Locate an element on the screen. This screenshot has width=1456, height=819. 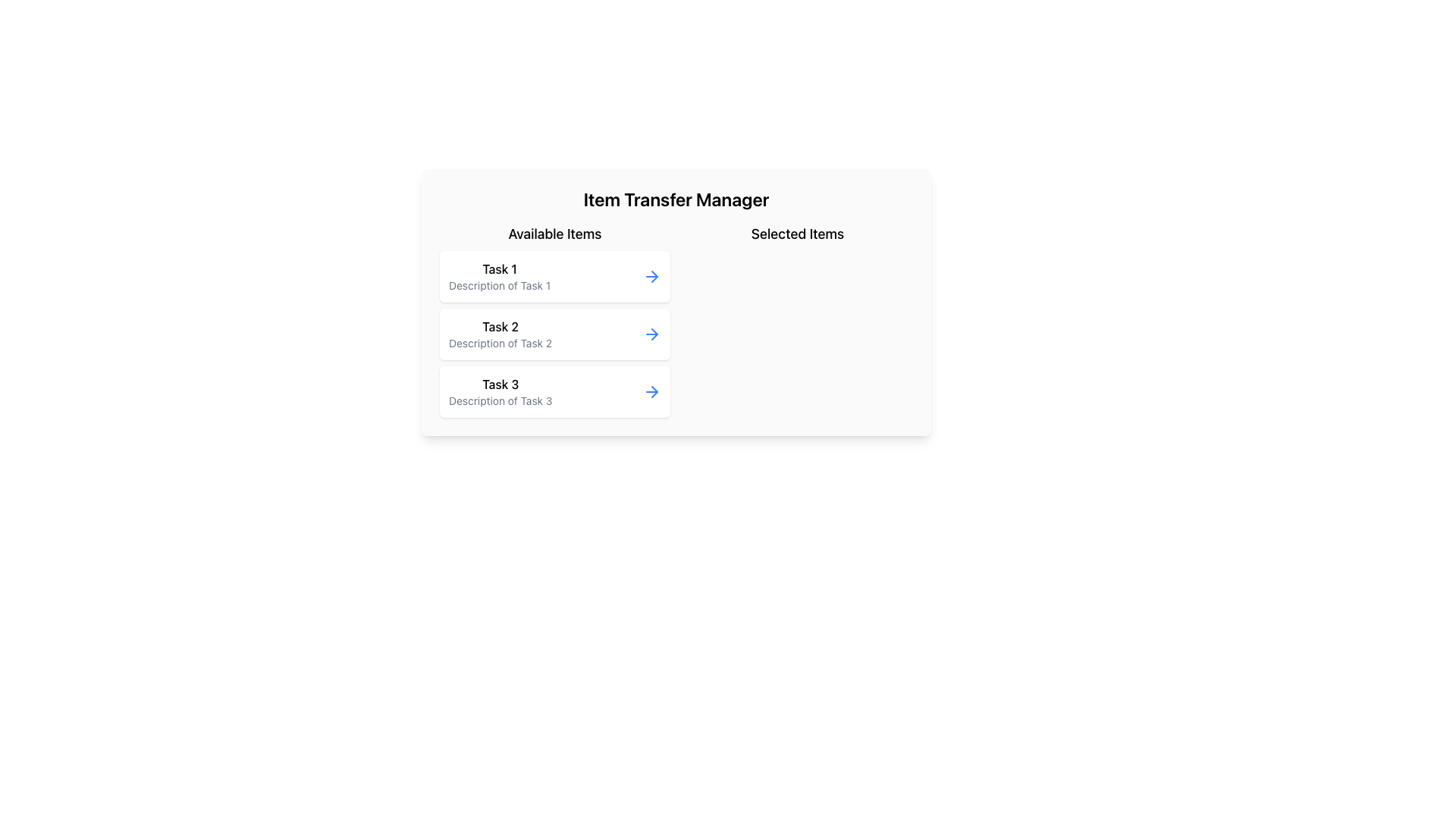
the right-pointing arrow icon located to the far right of the 'Task 2' entry box in the 'Available Items' column to initiate the task transfer is located at coordinates (654, 333).